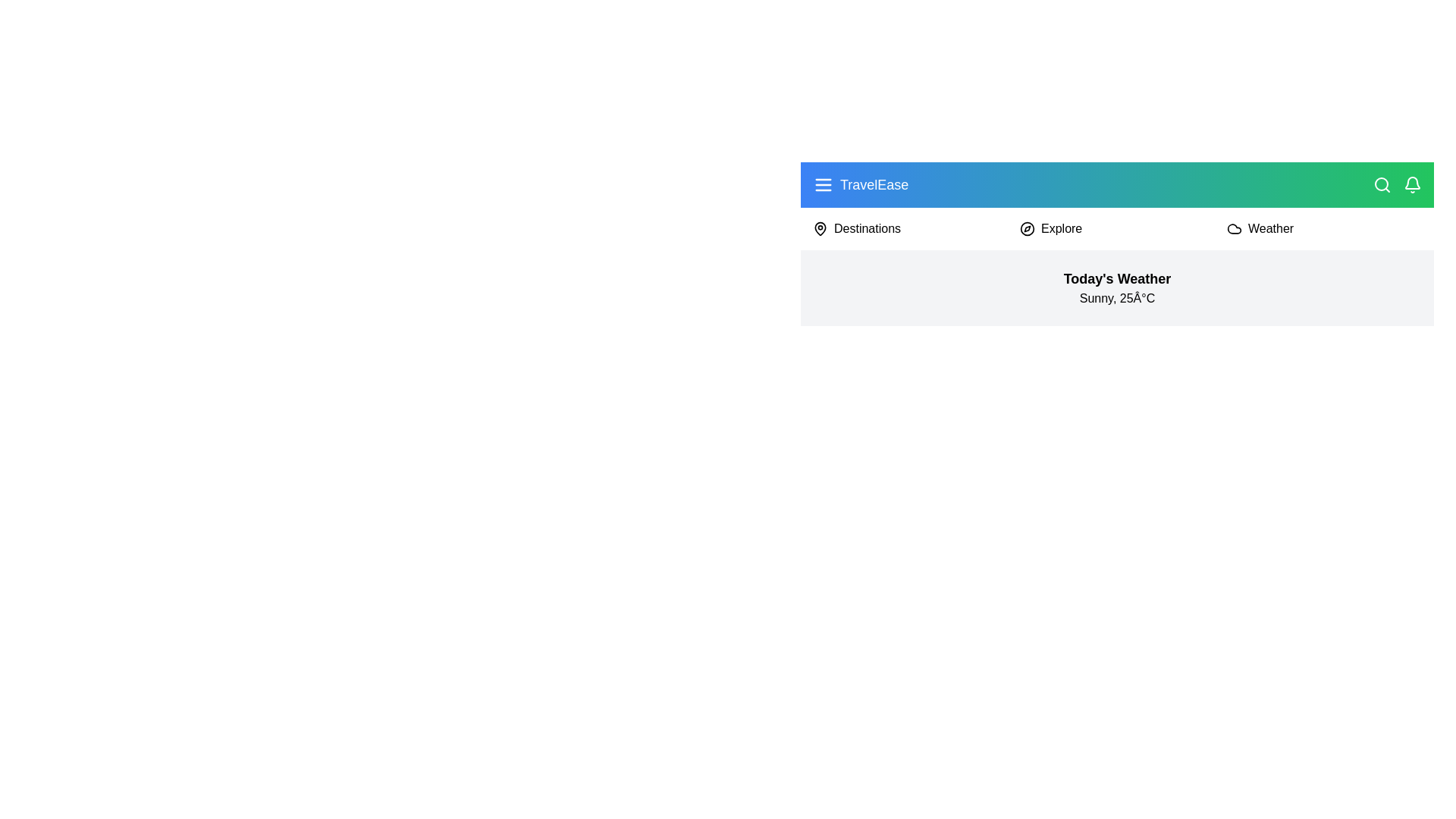  Describe the element at coordinates (1382, 184) in the screenshot. I see `the search icon to initiate a search action` at that location.